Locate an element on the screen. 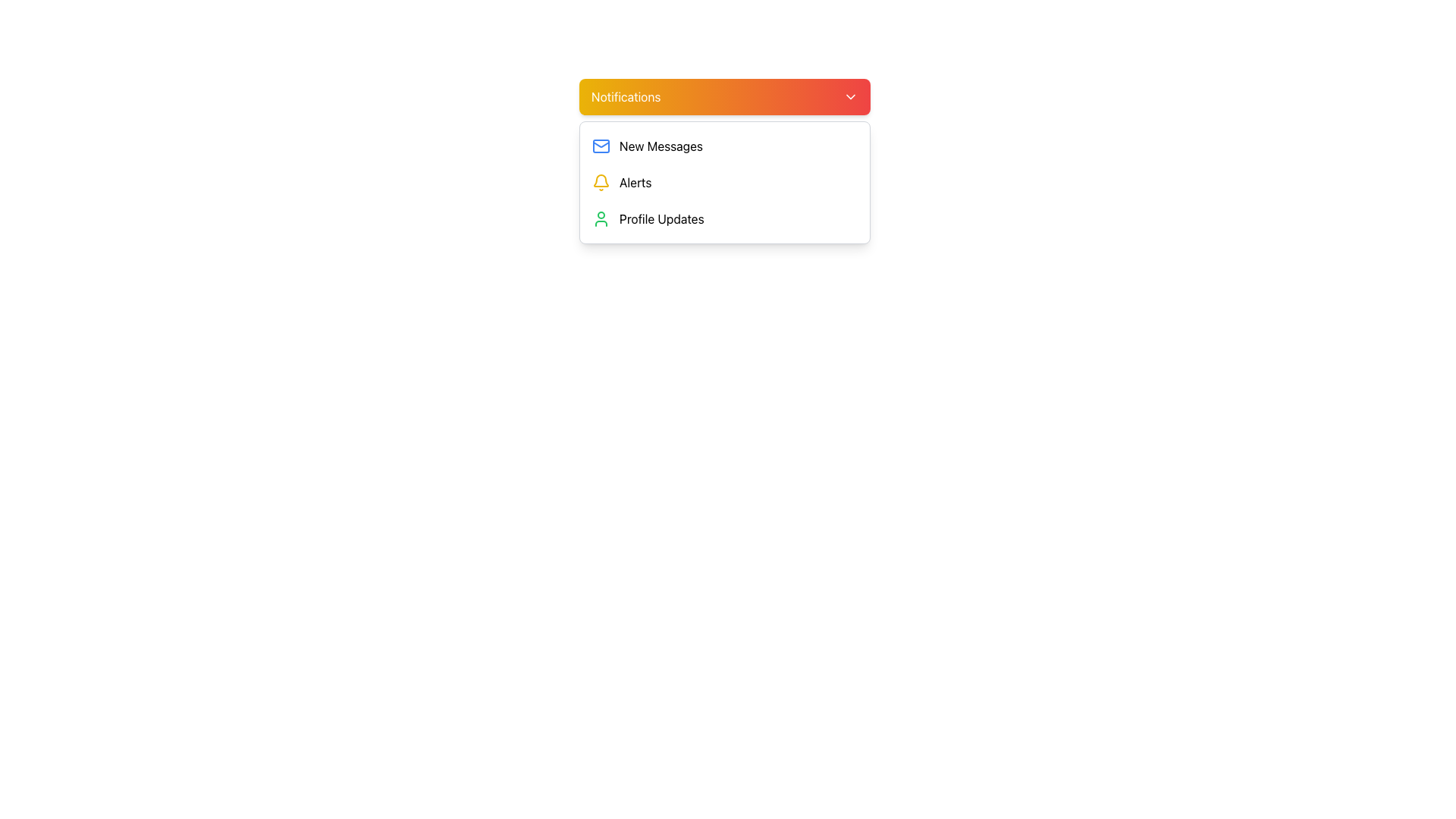 The width and height of the screenshot is (1456, 819). the second menu item in the dropdown menu is located at coordinates (723, 181).